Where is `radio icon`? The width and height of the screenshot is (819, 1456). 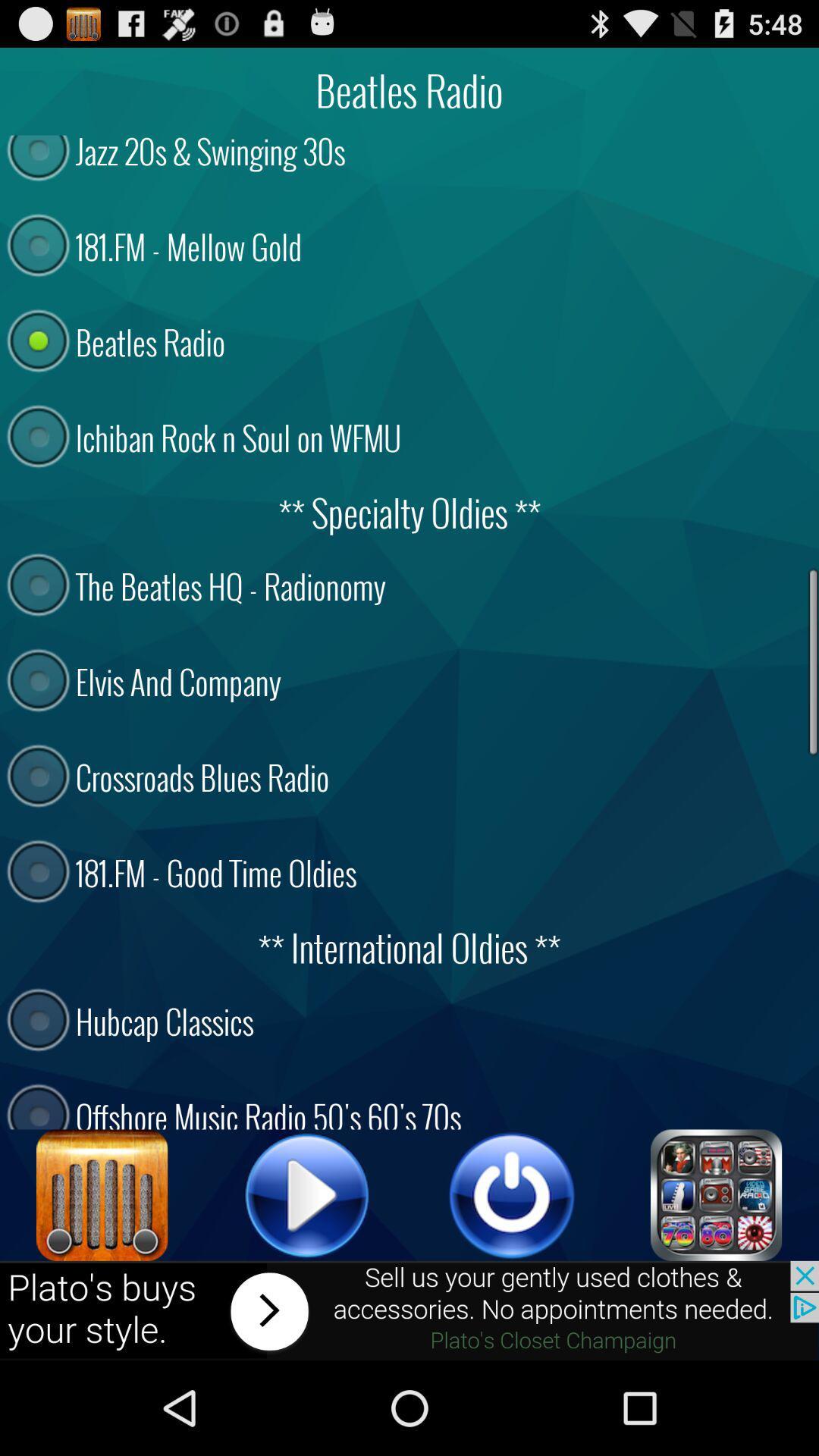
radio icon is located at coordinates (102, 1194).